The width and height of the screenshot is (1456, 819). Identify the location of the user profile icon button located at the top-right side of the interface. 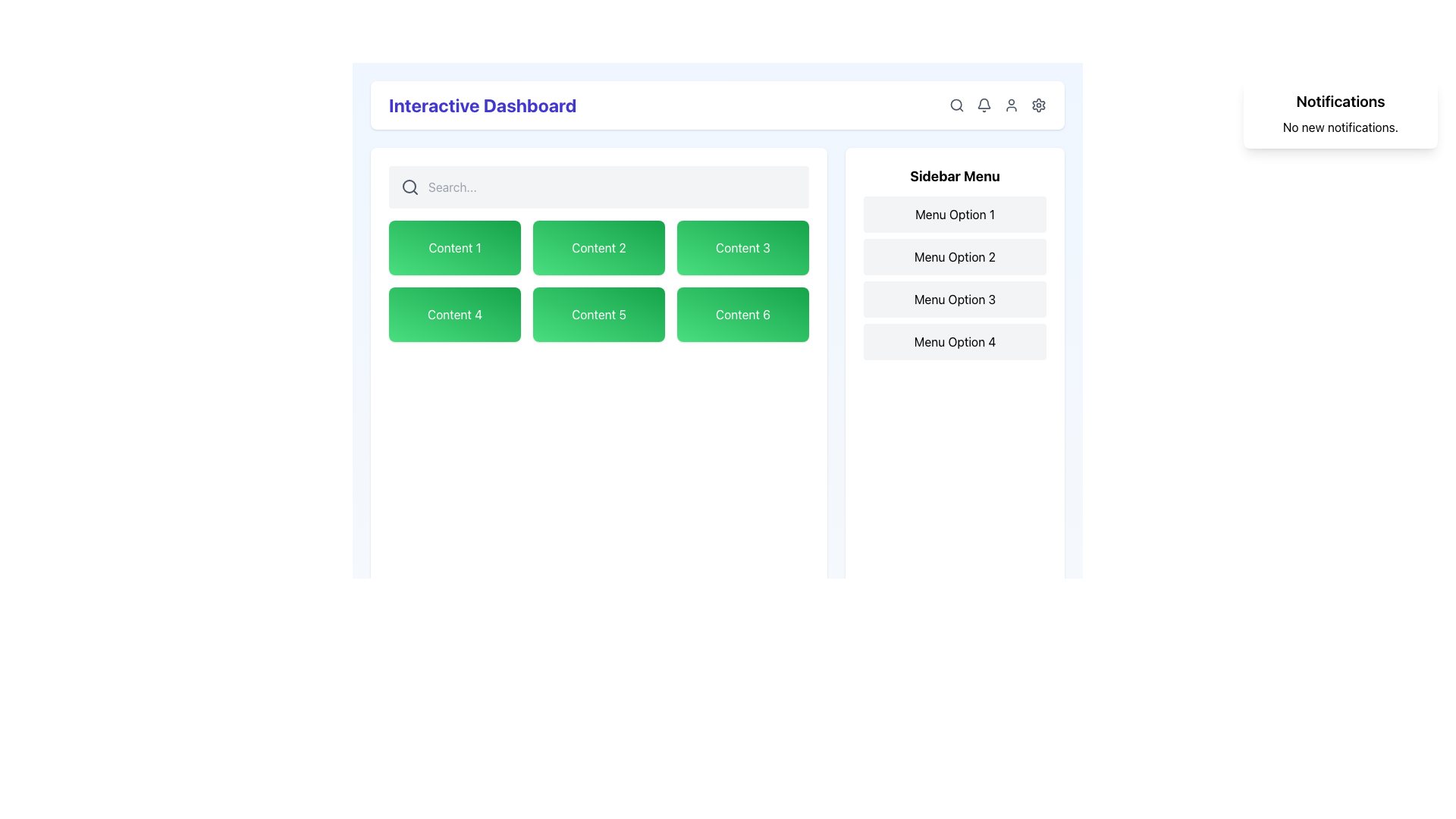
(997, 104).